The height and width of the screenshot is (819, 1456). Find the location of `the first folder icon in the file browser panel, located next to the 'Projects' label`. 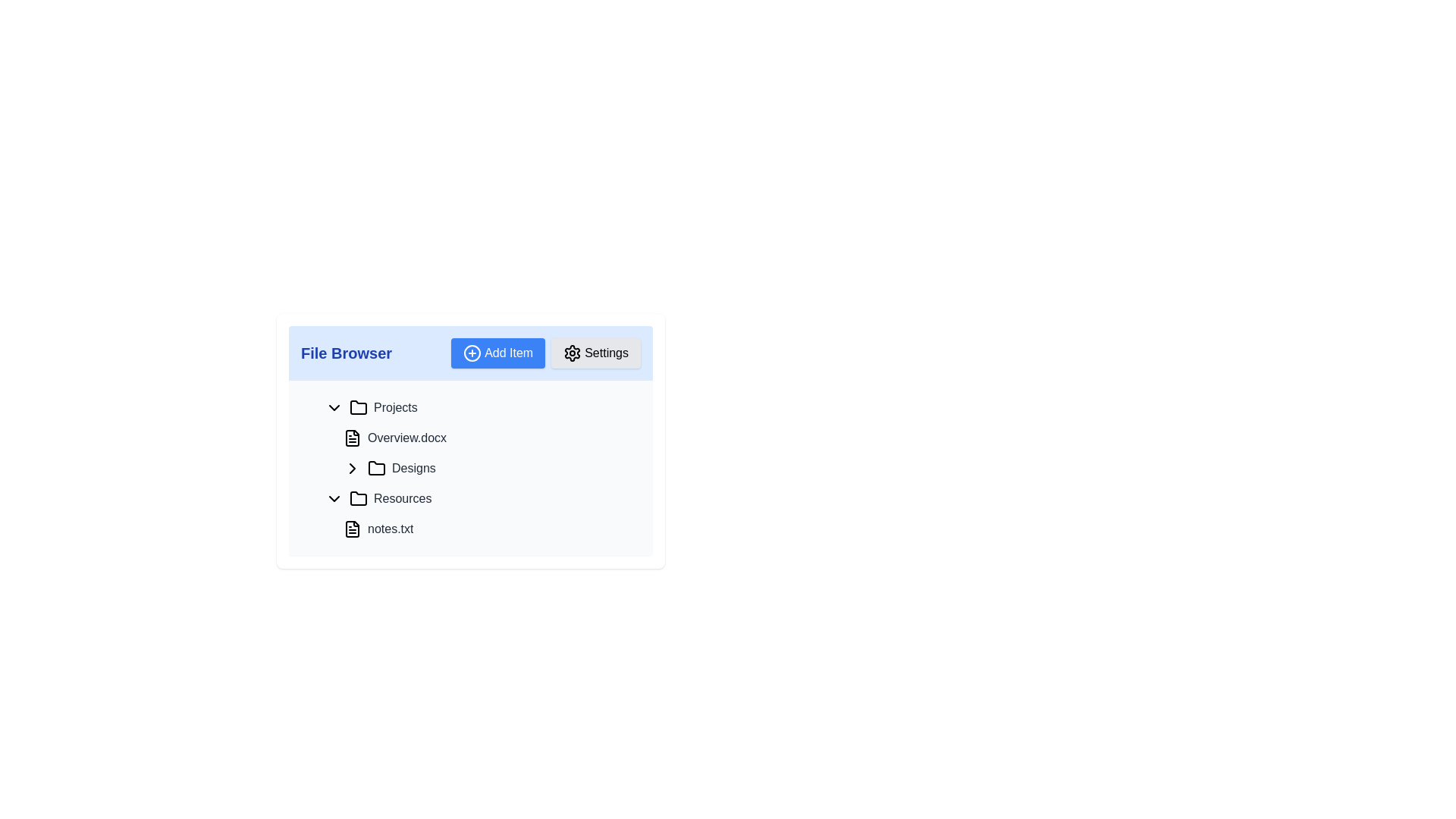

the first folder icon in the file browser panel, located next to the 'Projects' label is located at coordinates (358, 406).